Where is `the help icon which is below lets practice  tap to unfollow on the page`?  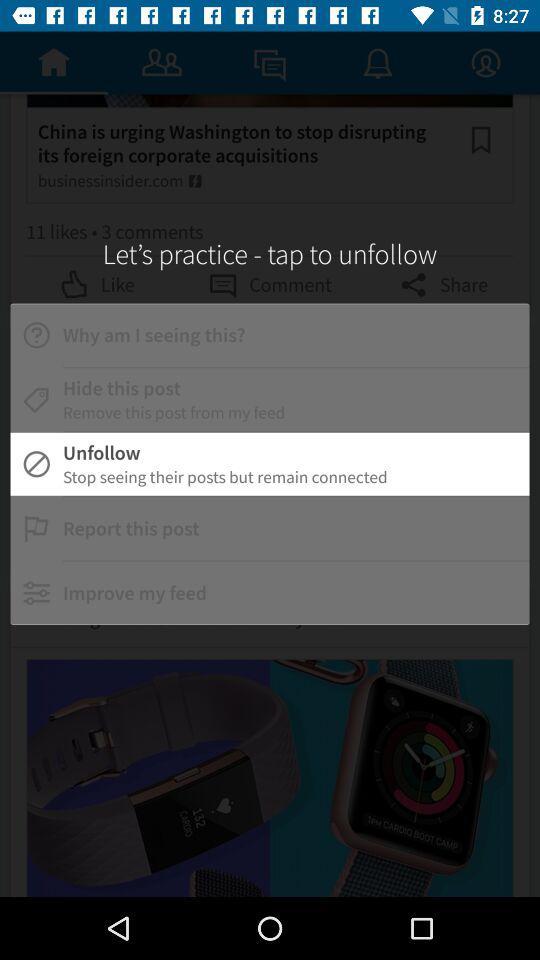 the help icon which is below lets practice  tap to unfollow on the page is located at coordinates (36, 335).